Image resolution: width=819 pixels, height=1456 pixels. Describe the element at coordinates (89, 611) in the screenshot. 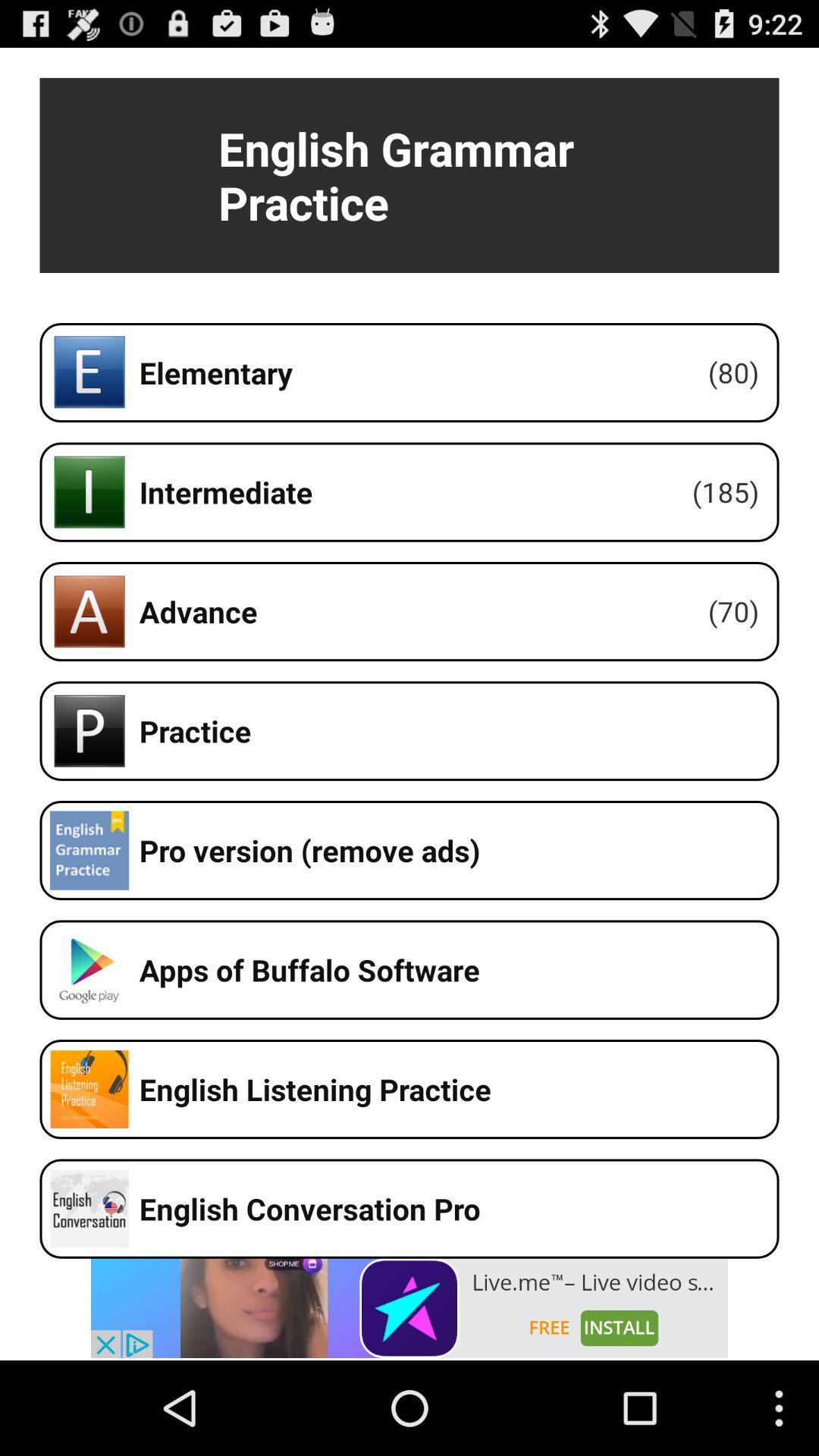

I see `a logo left to advance` at that location.